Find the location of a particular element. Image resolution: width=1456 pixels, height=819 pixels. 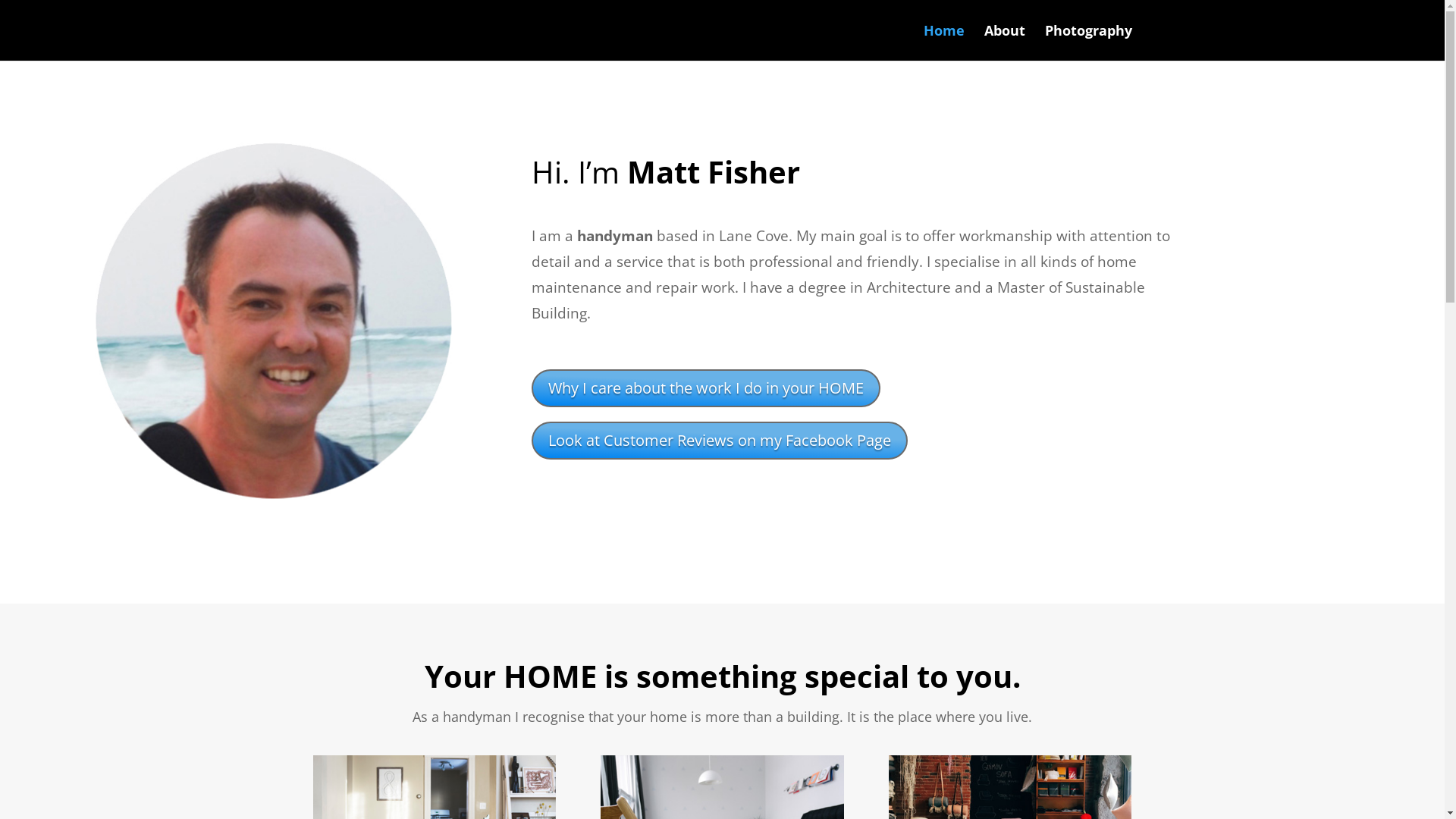

'Look at Customer Reviews on my Facebook Page' is located at coordinates (719, 441).